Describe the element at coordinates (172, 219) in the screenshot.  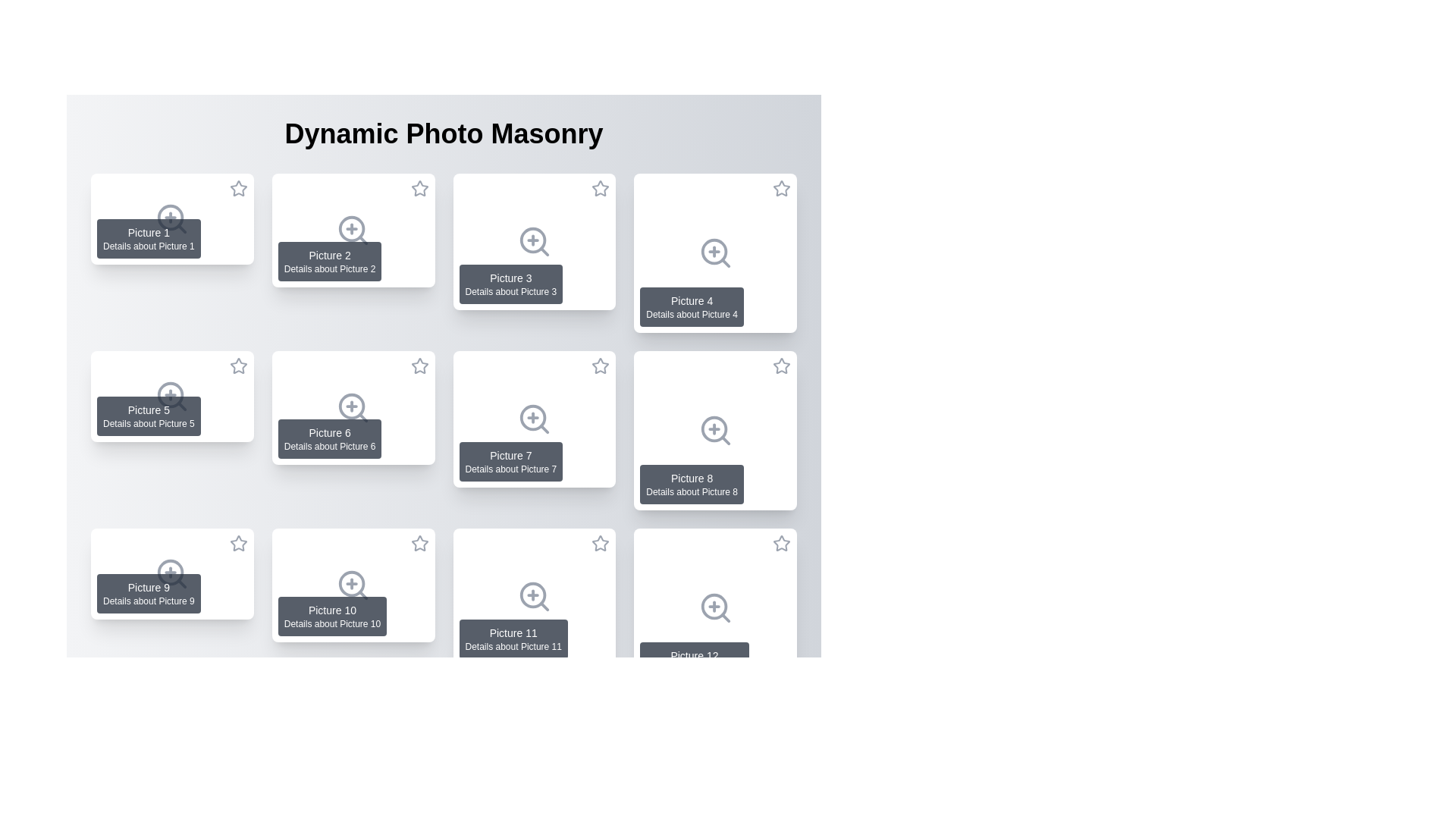
I see `the first grid card` at that location.